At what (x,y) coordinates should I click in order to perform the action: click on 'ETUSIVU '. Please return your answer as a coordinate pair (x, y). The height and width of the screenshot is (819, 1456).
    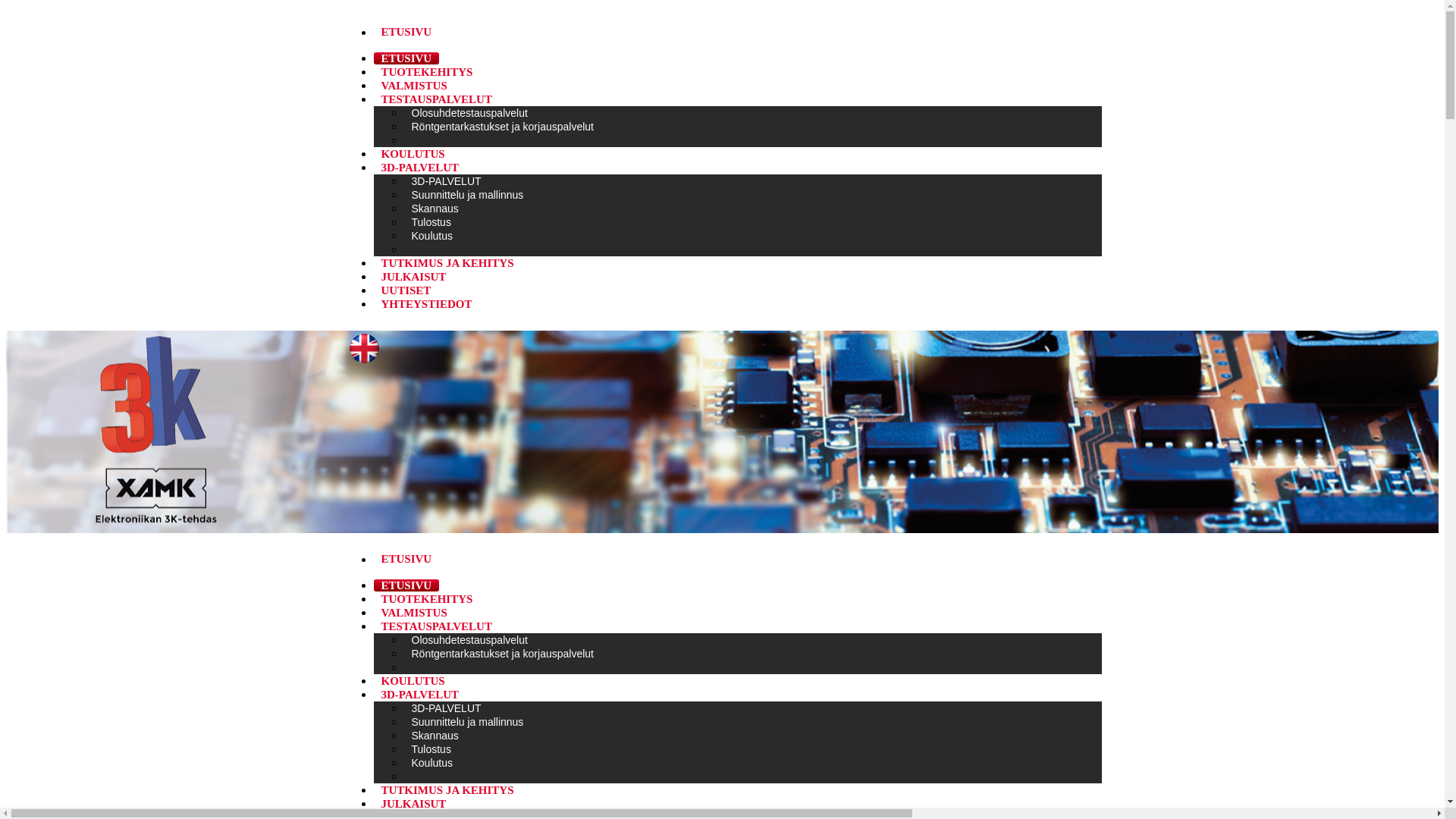
    Looking at the image, I should click on (736, 559).